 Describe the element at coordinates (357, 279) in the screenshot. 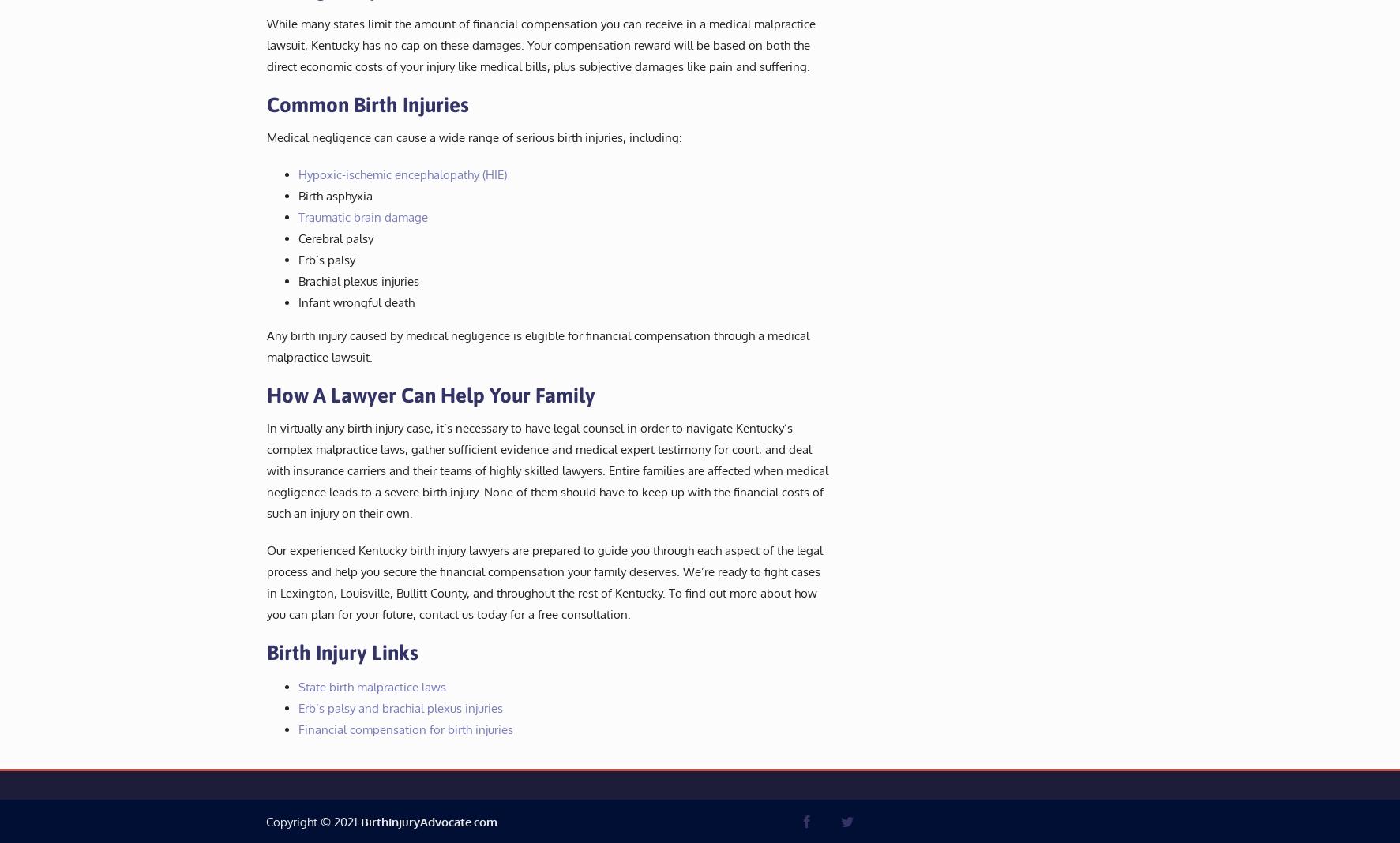

I see `'Brachial plexus injuries'` at that location.